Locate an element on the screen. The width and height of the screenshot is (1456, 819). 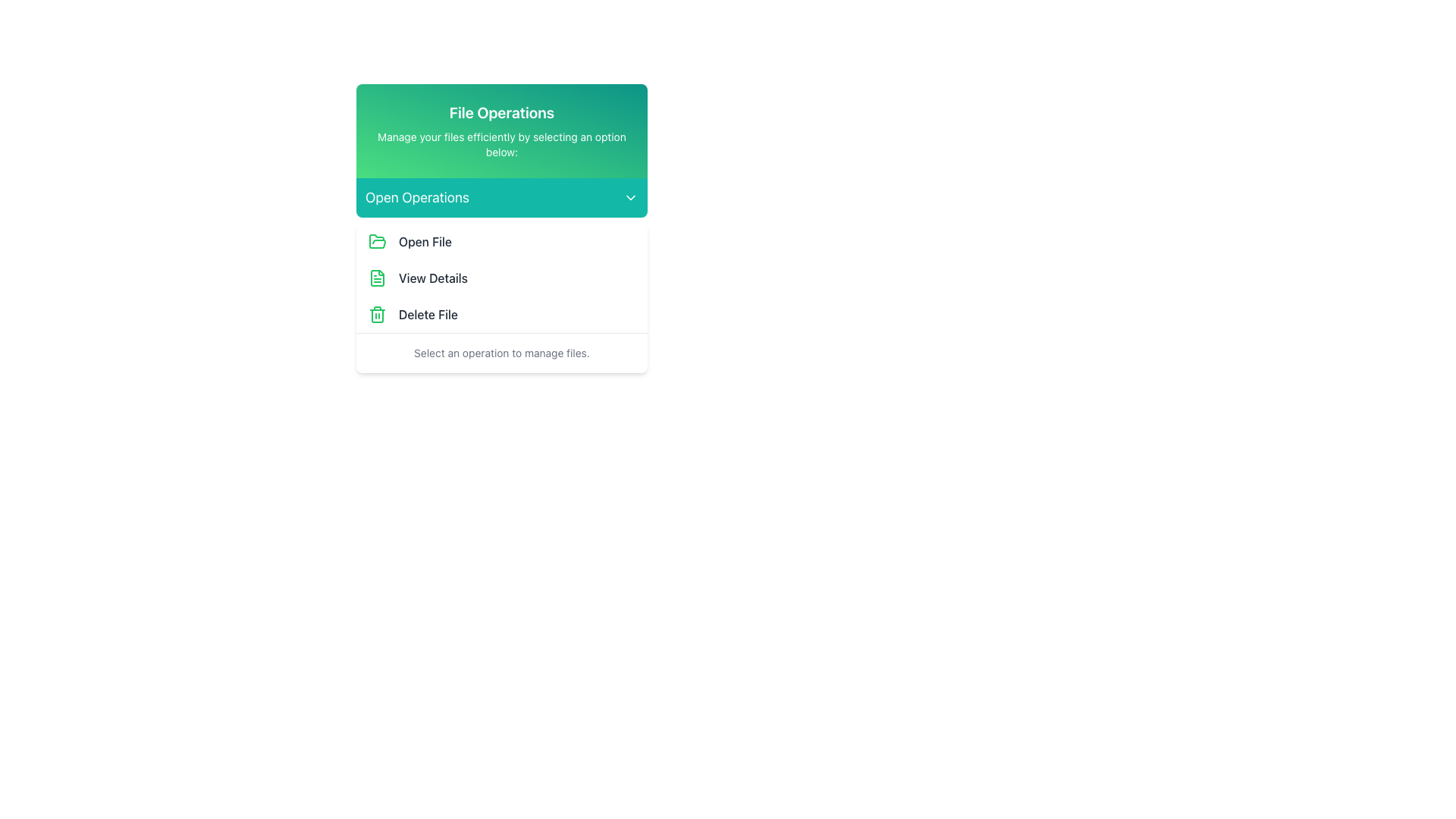
the 'View Details' button, which is the second item in the 'File Operations' list is located at coordinates (502, 278).